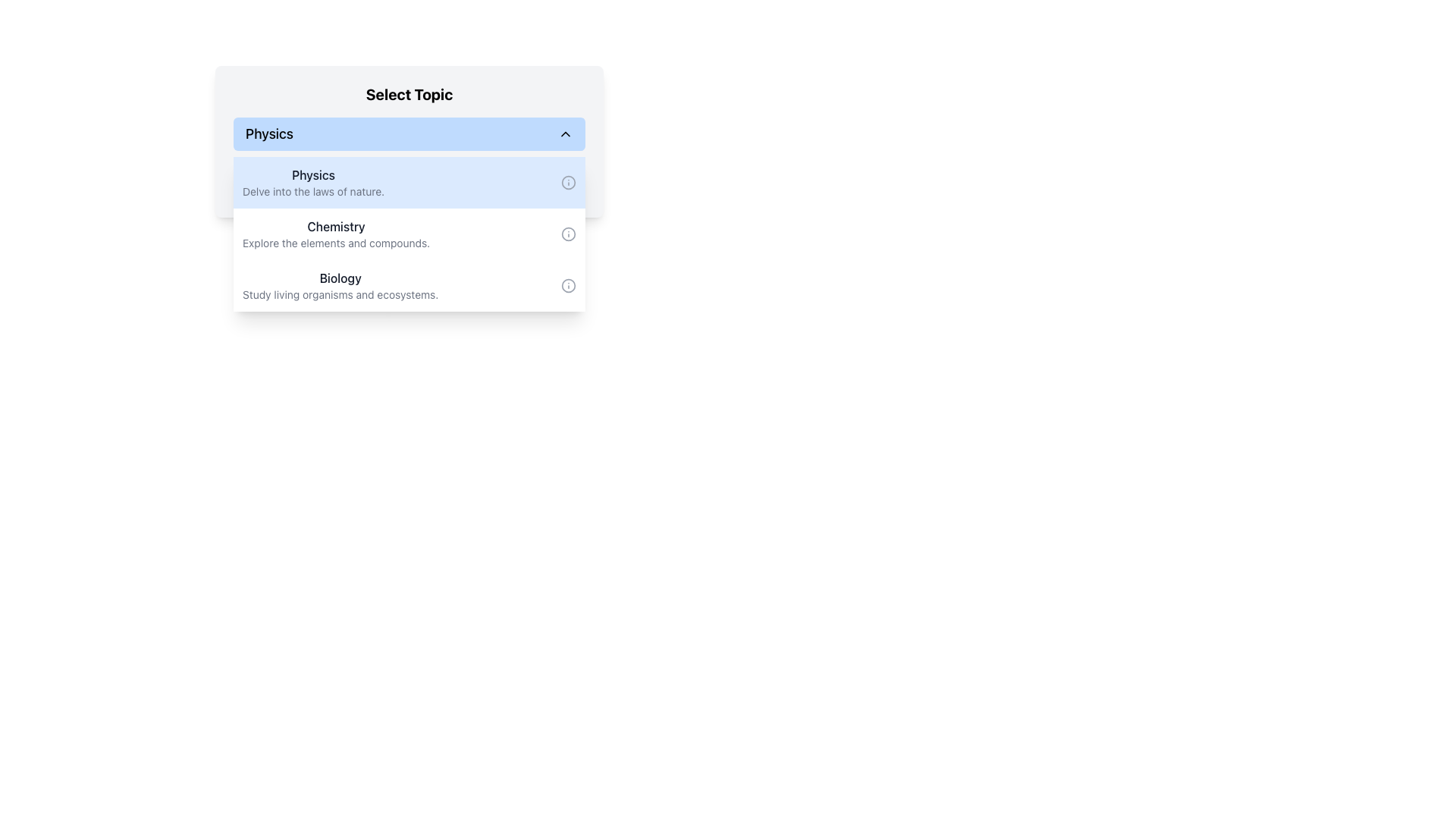 This screenshot has width=1456, height=819. Describe the element at coordinates (312, 174) in the screenshot. I see `the Text Label that serves as the title for the 'Physics' topic within the dropdown menu, located above the descriptive text 'Delve into the laws of nature.'` at that location.